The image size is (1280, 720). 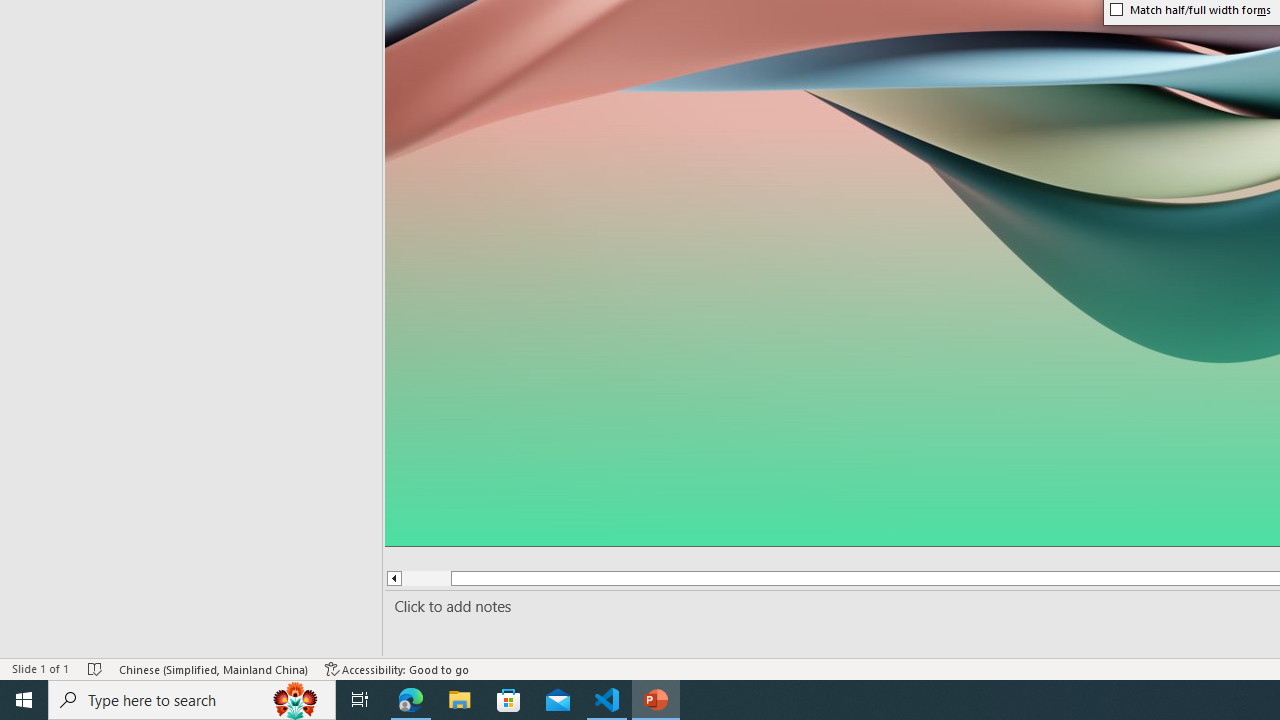 What do you see at coordinates (459, 698) in the screenshot?
I see `'File Explorer'` at bounding box center [459, 698].